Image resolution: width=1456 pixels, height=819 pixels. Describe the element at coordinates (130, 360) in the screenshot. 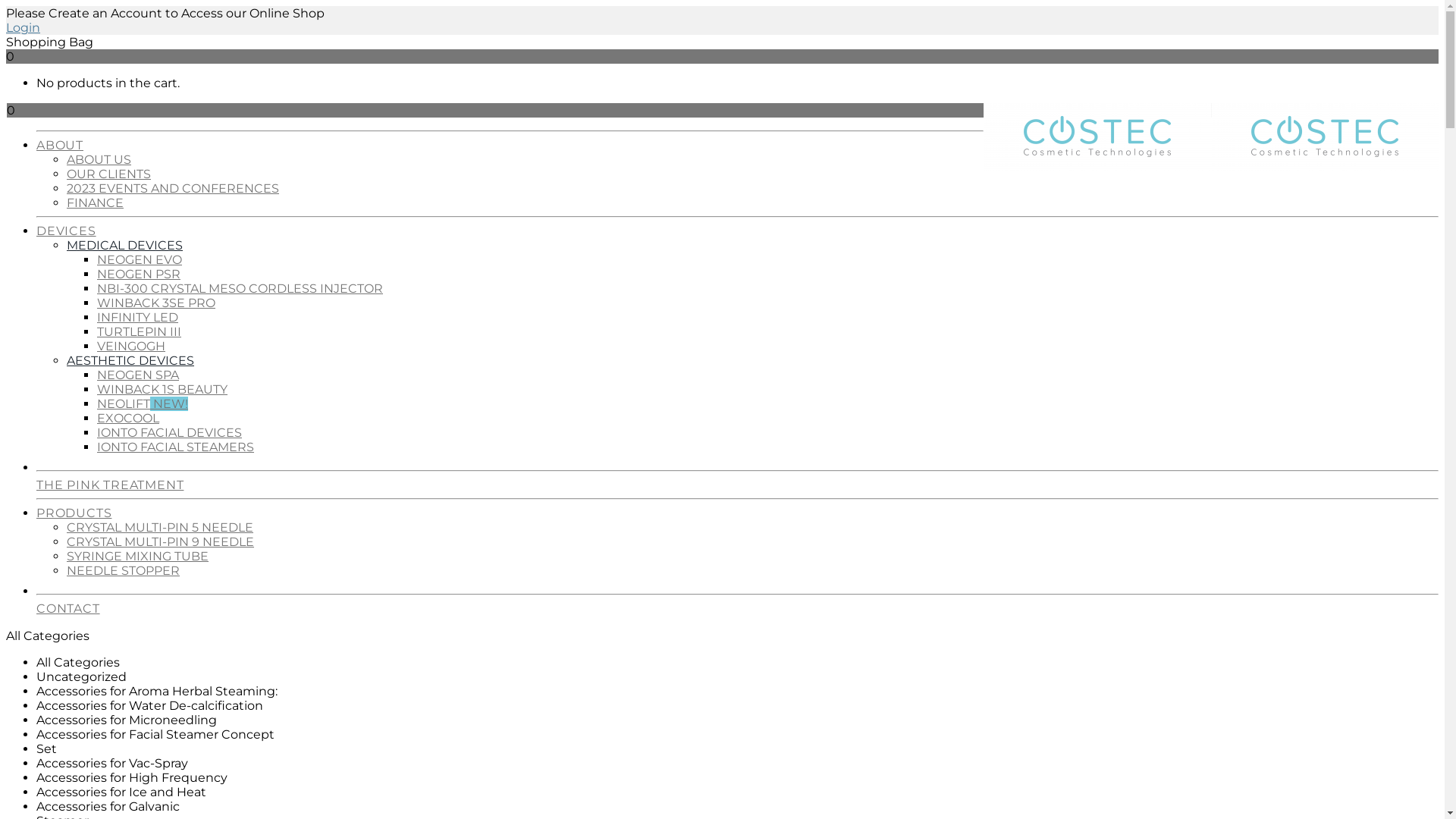

I see `'AESTHETIC DEVICES'` at that location.